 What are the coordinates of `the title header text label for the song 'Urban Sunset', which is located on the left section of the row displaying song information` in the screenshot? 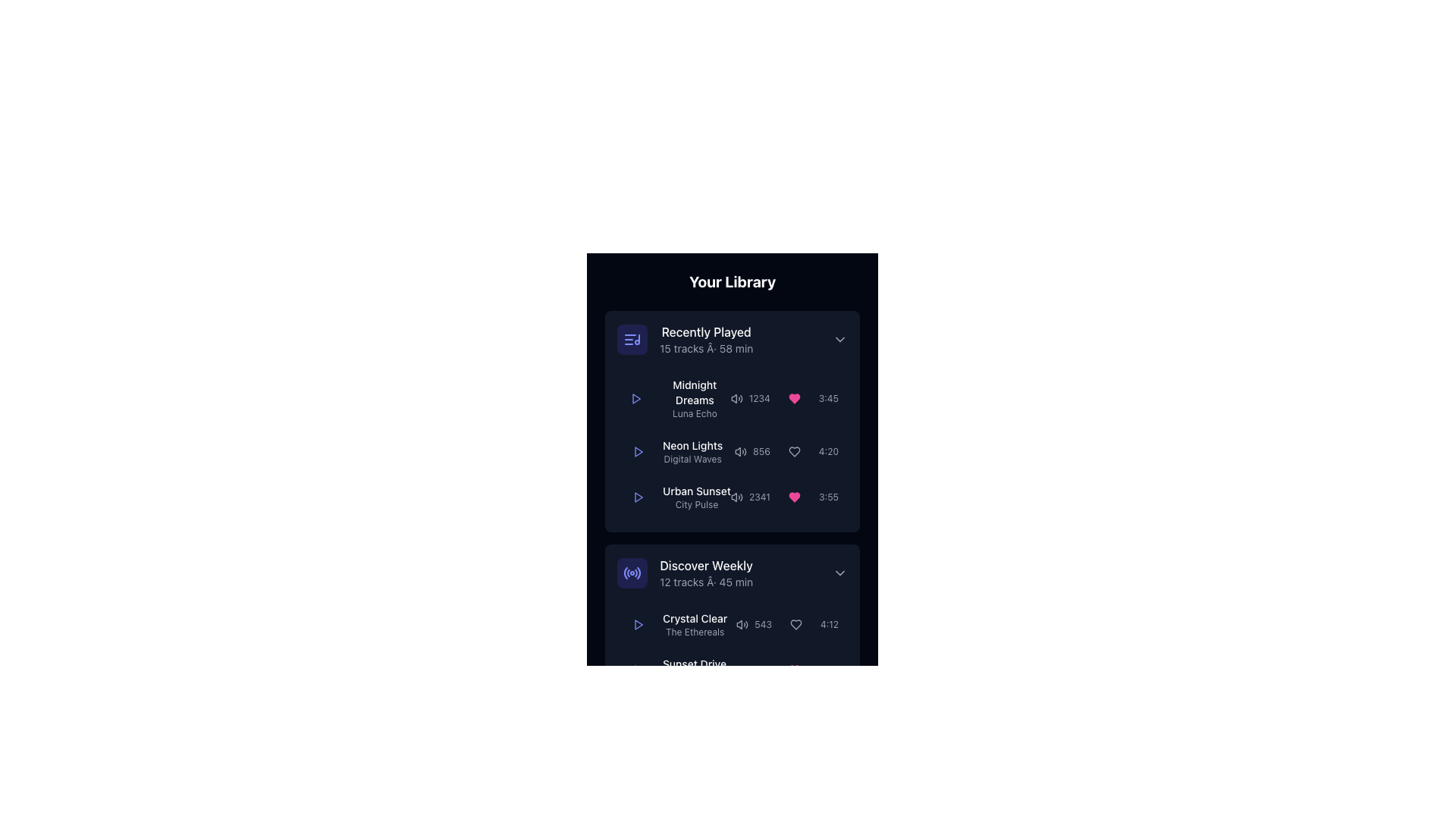 It's located at (677, 497).